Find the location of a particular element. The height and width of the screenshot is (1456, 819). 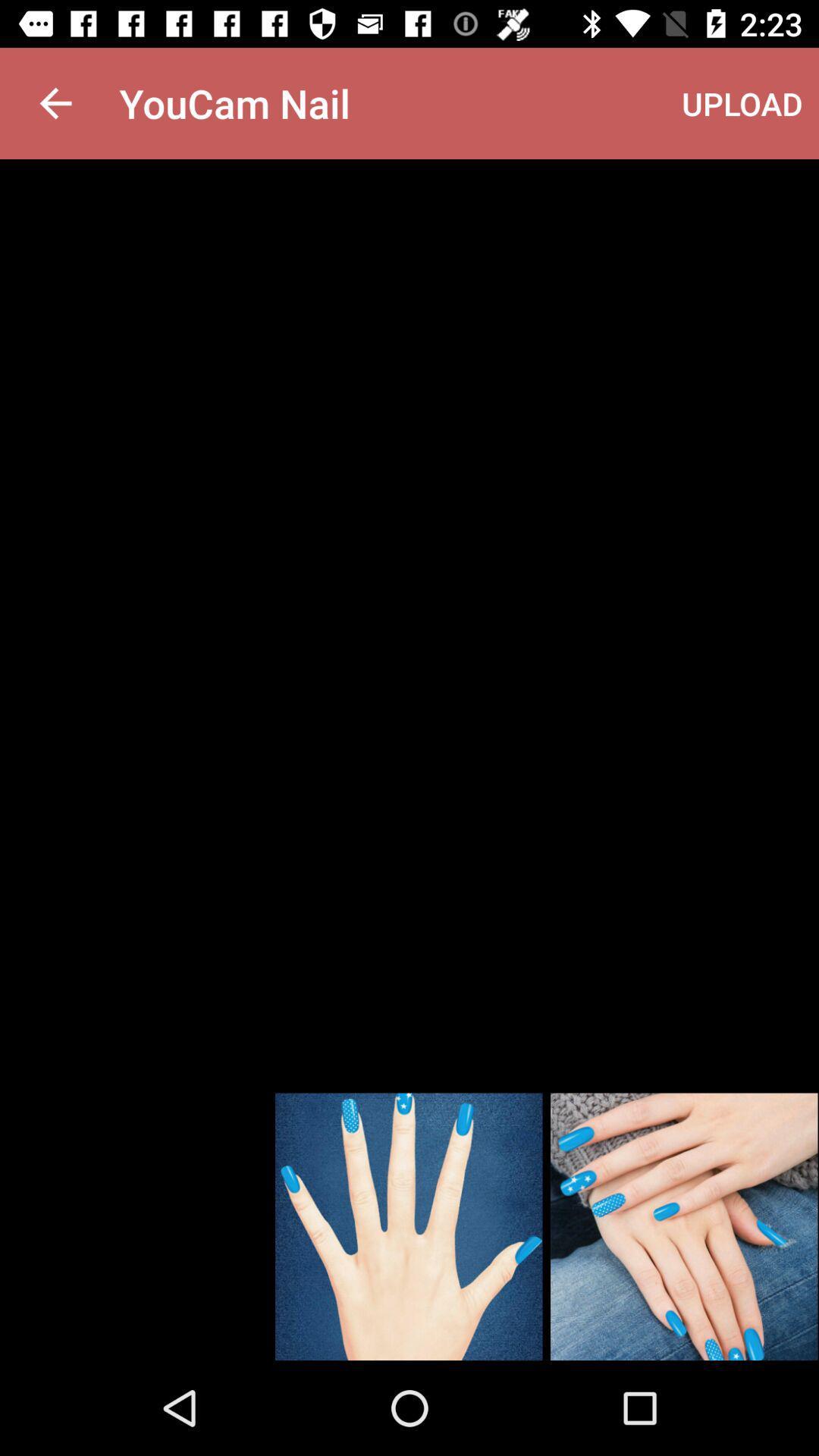

this pic for upload is located at coordinates (684, 1226).